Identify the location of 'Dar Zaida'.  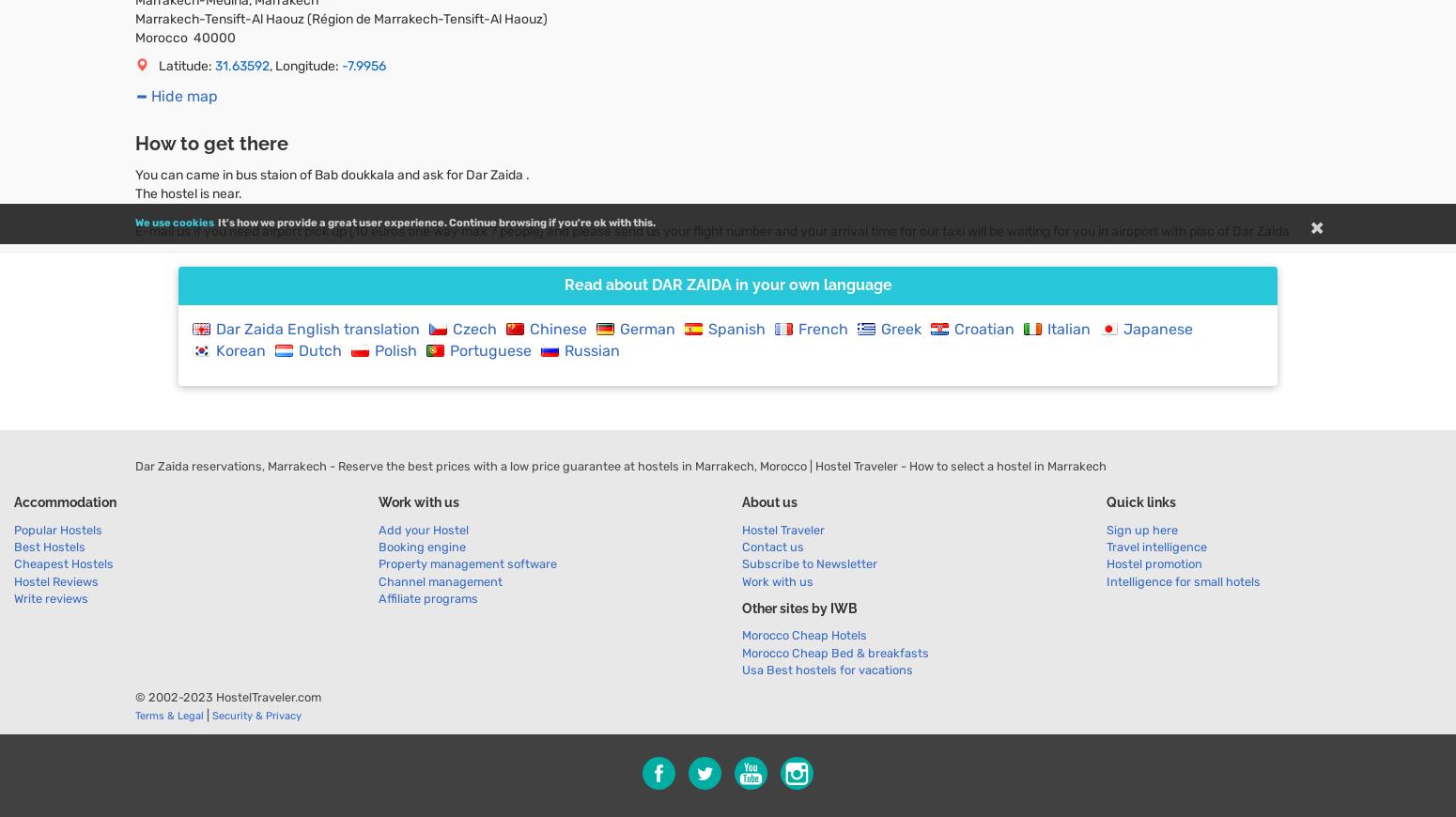
(690, 284).